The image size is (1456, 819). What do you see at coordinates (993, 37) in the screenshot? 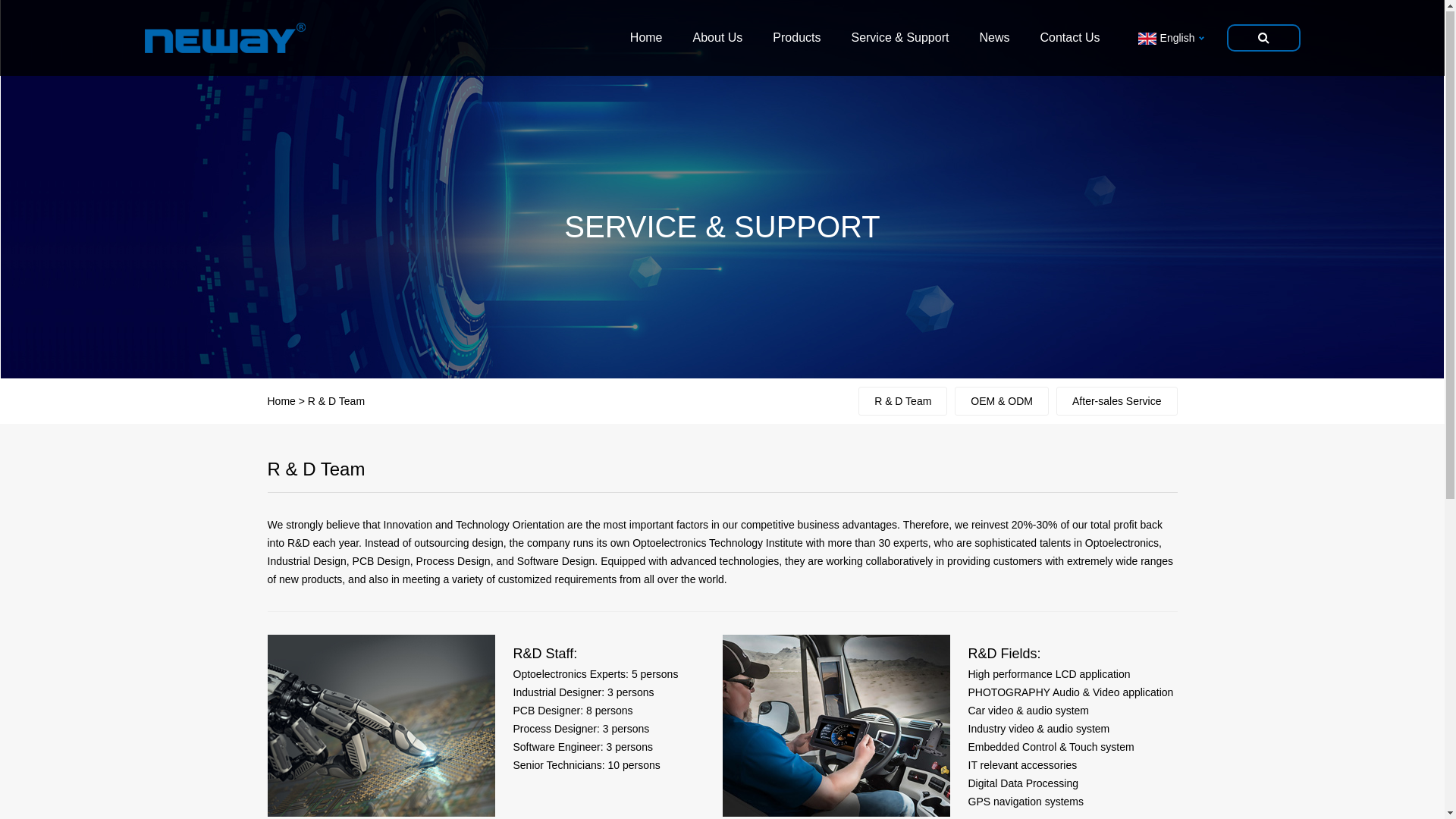
I see `'News'` at bounding box center [993, 37].